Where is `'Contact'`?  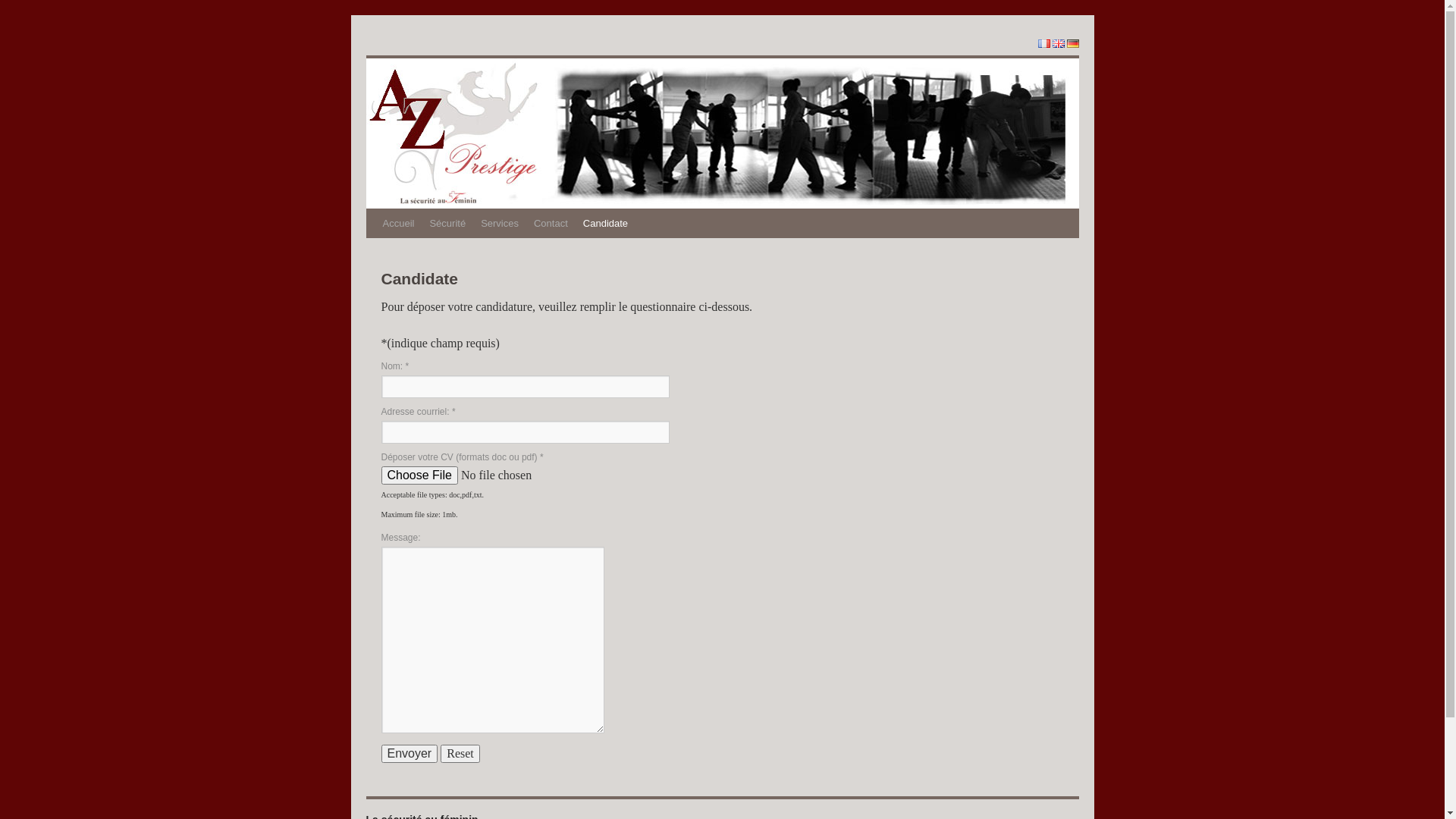 'Contact' is located at coordinates (550, 223).